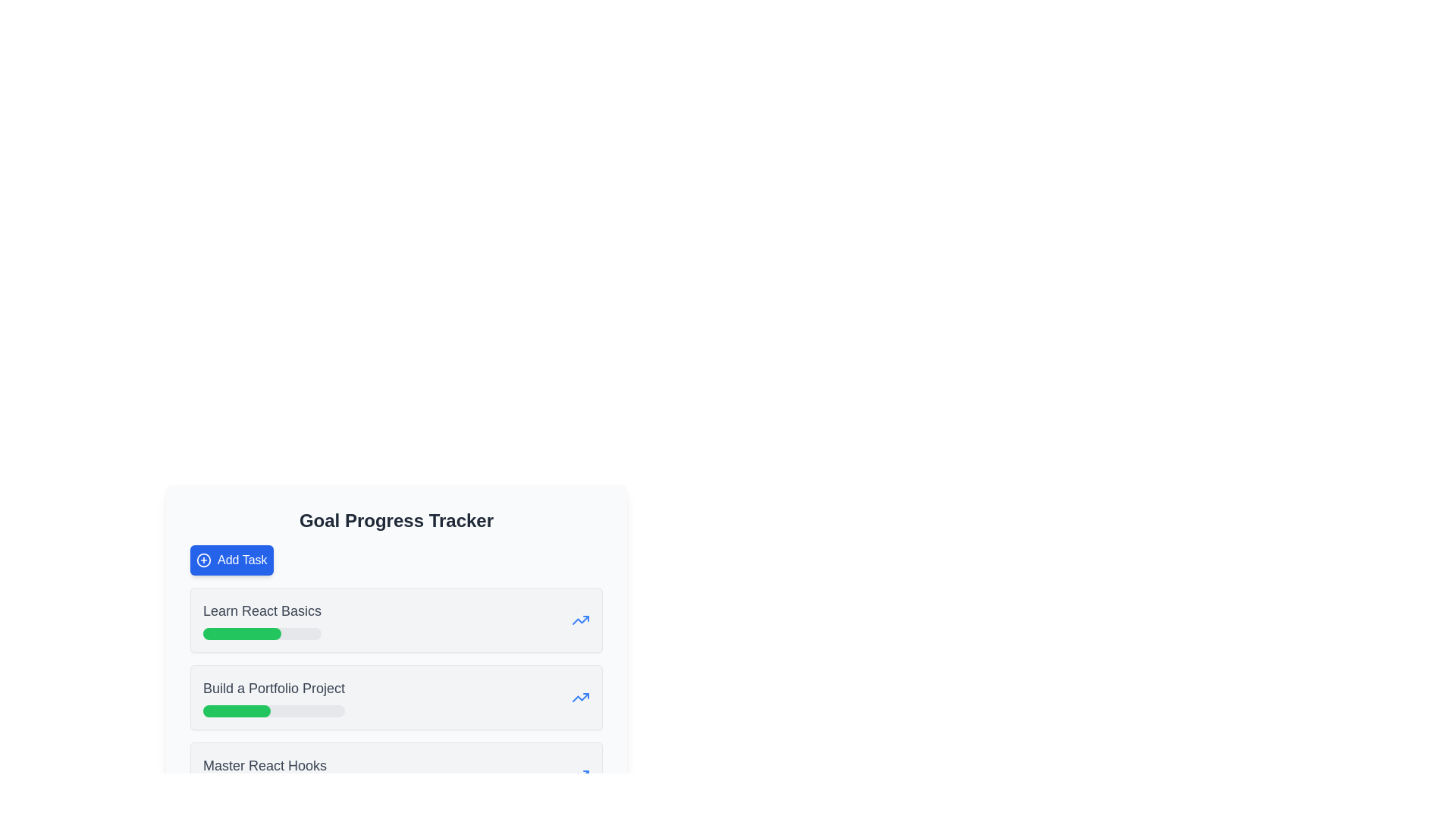 The image size is (1456, 819). What do you see at coordinates (397, 698) in the screenshot?
I see `the Content Block titled 'Build a Portfolio Project' to assess progress from the progress bar` at bounding box center [397, 698].